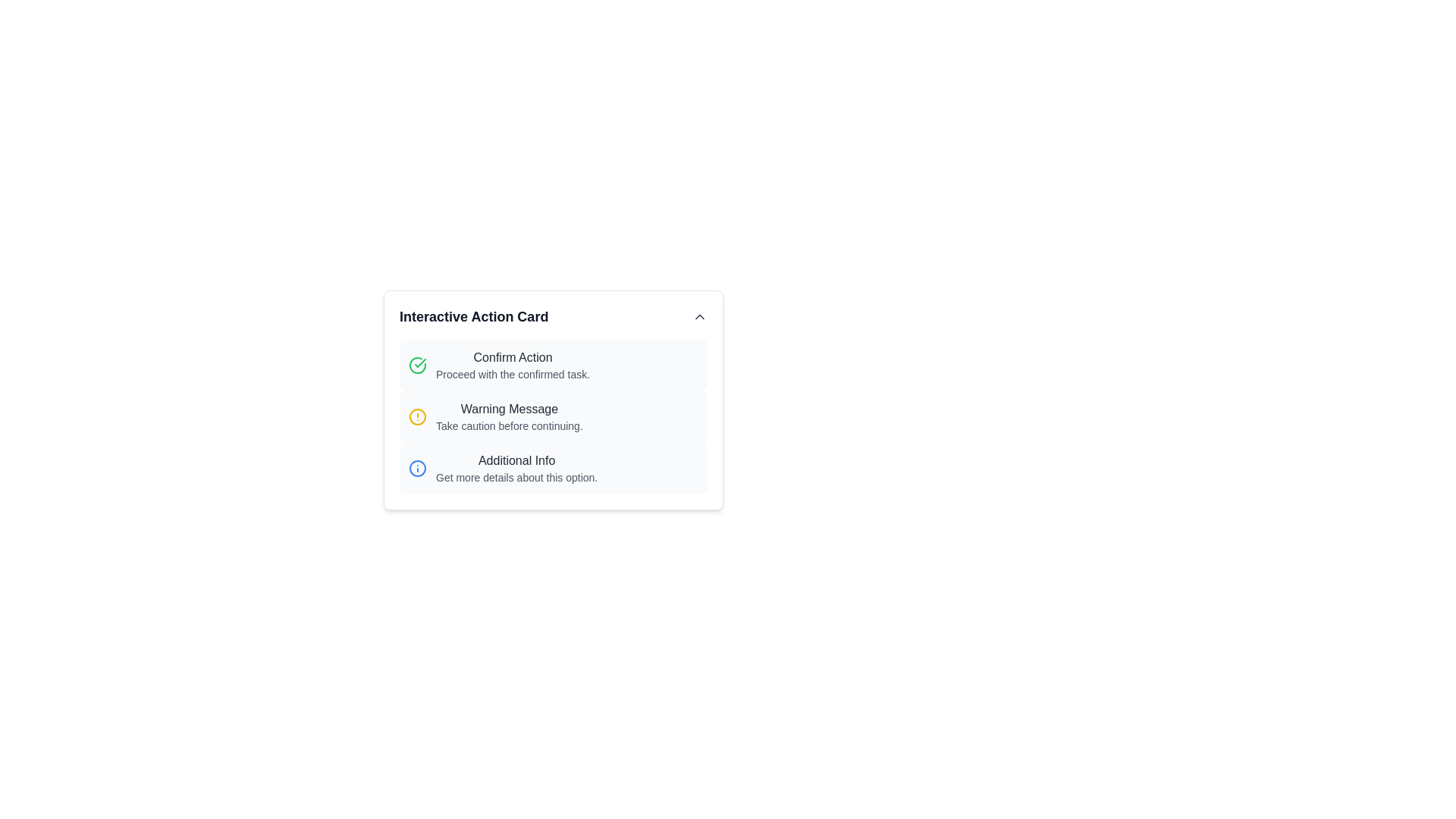  Describe the element at coordinates (552, 400) in the screenshot. I see `the warning message located in the second action section of the 'Interactive Action Card', which is positioned between 'Confirm Action' and 'Additional Info'` at that location.